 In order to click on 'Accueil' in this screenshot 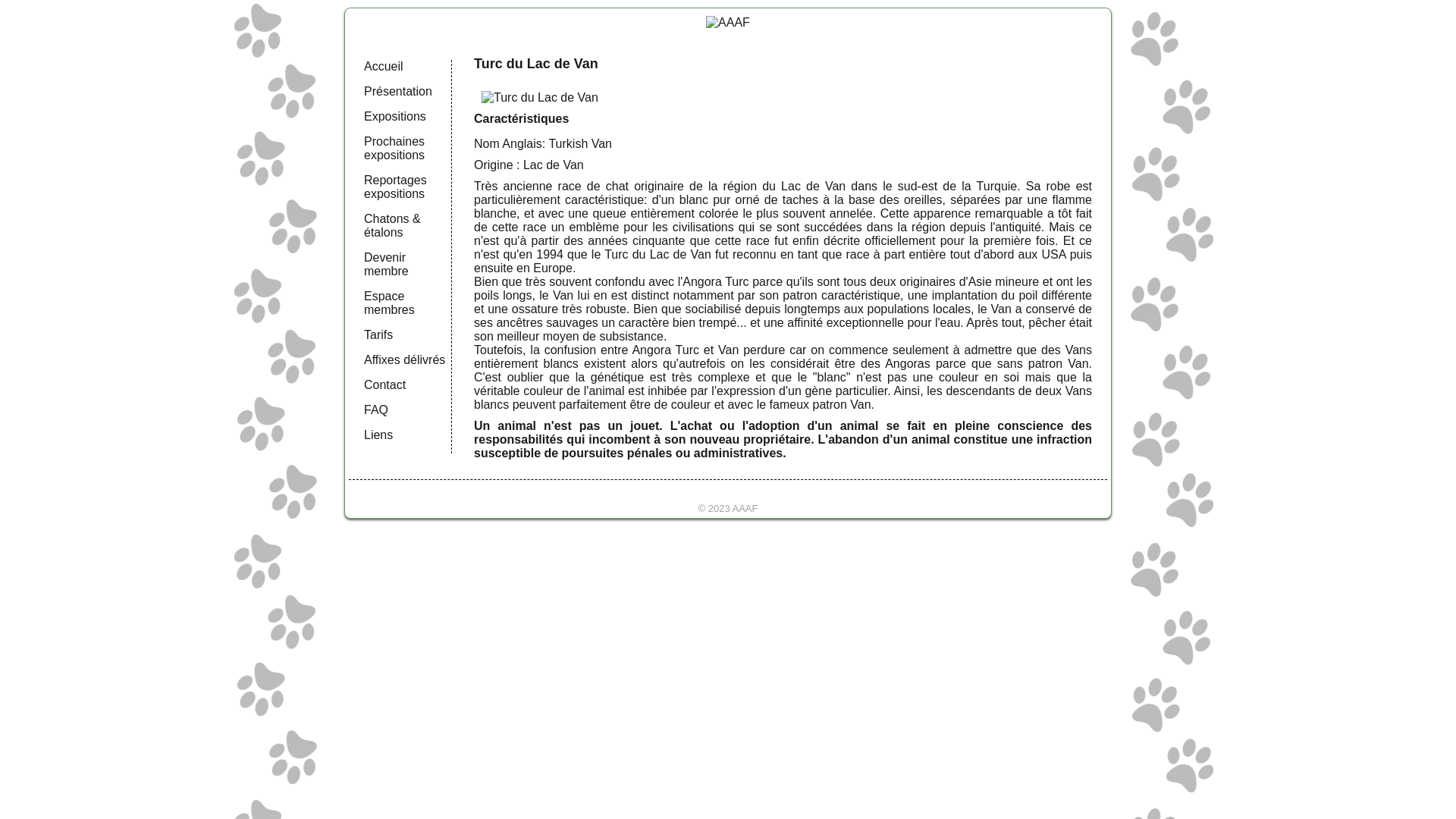, I will do `click(383, 65)`.